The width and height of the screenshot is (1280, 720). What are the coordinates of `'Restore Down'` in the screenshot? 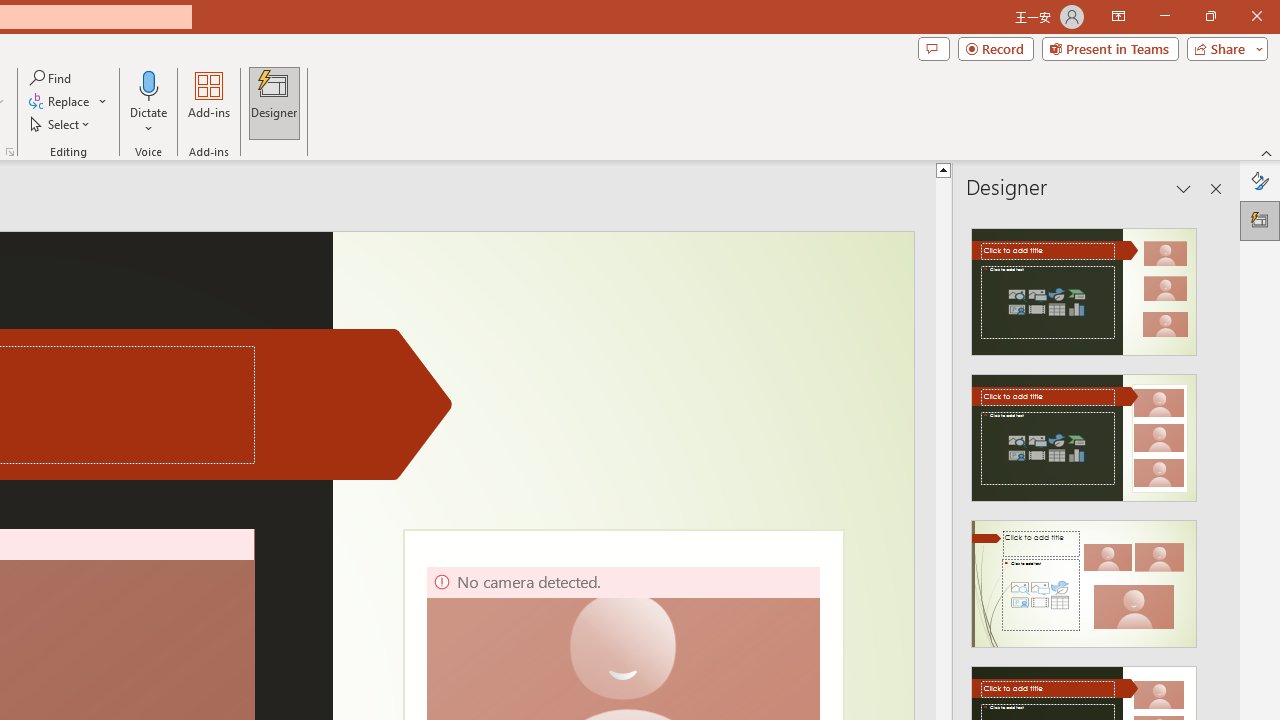 It's located at (1209, 16).